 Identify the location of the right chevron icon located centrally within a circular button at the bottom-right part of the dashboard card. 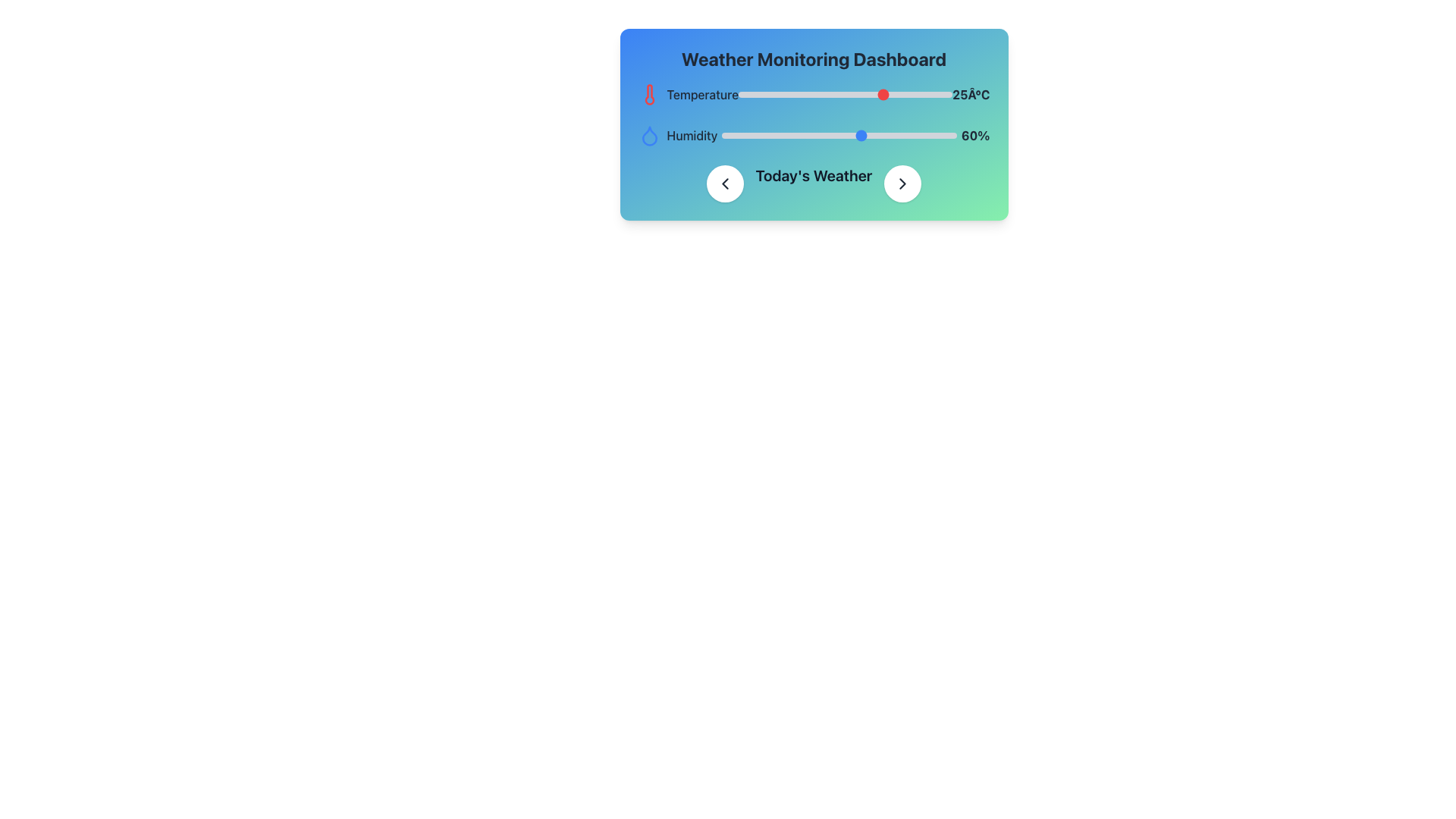
(902, 183).